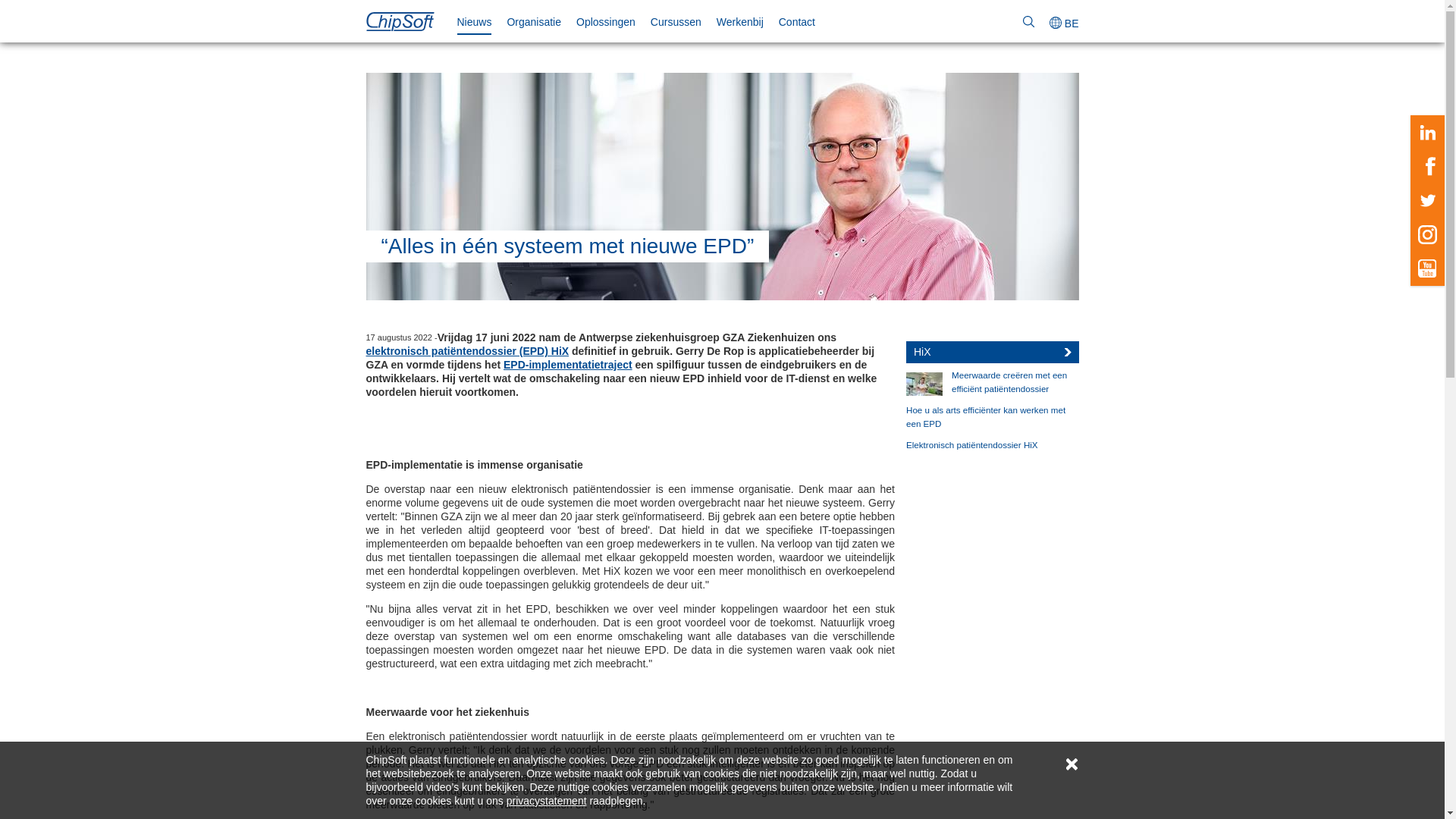  What do you see at coordinates (506, 800) in the screenshot?
I see `'privacystatement'` at bounding box center [506, 800].